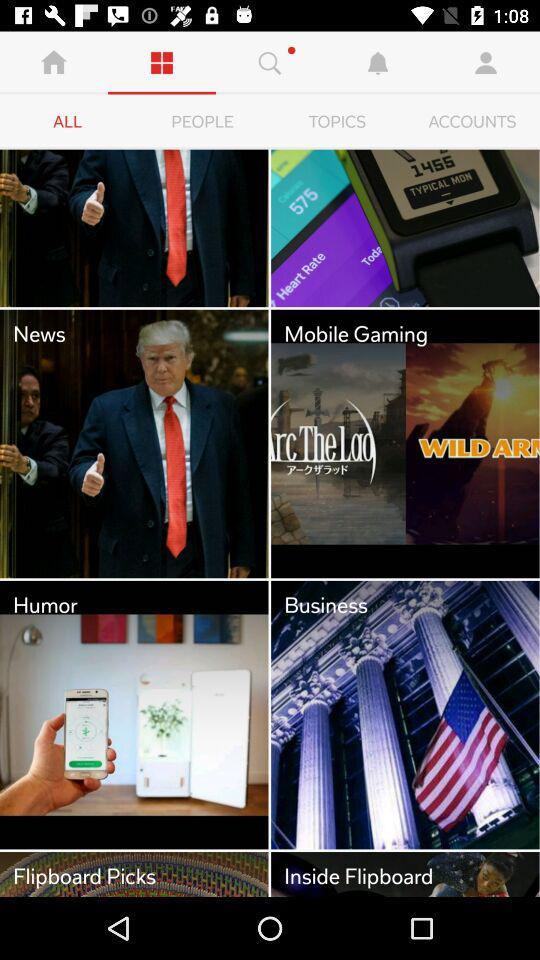 The height and width of the screenshot is (960, 540). What do you see at coordinates (337, 121) in the screenshot?
I see `icon next to accounts icon` at bounding box center [337, 121].